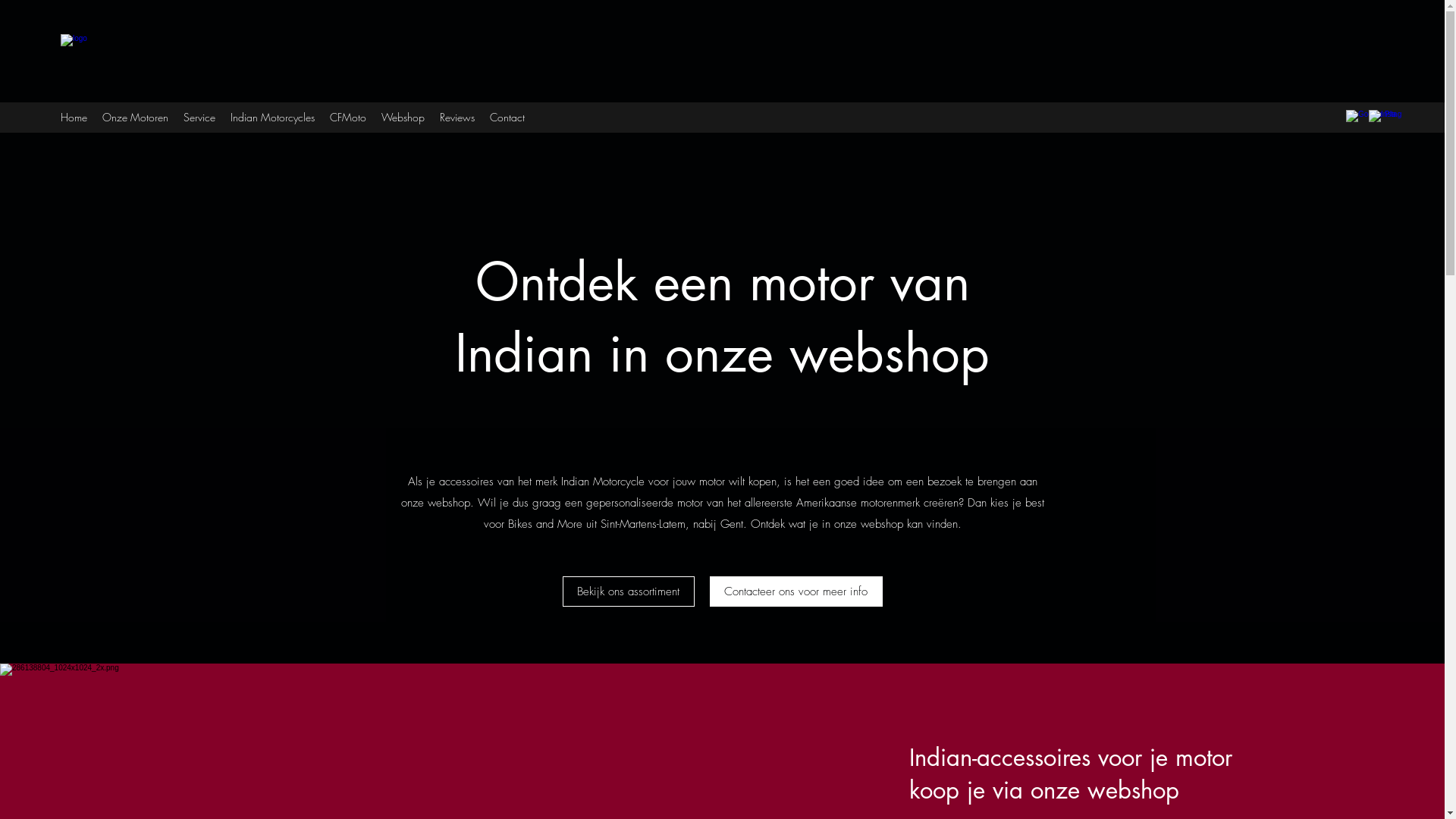  I want to click on 'Webshop', so click(403, 116).